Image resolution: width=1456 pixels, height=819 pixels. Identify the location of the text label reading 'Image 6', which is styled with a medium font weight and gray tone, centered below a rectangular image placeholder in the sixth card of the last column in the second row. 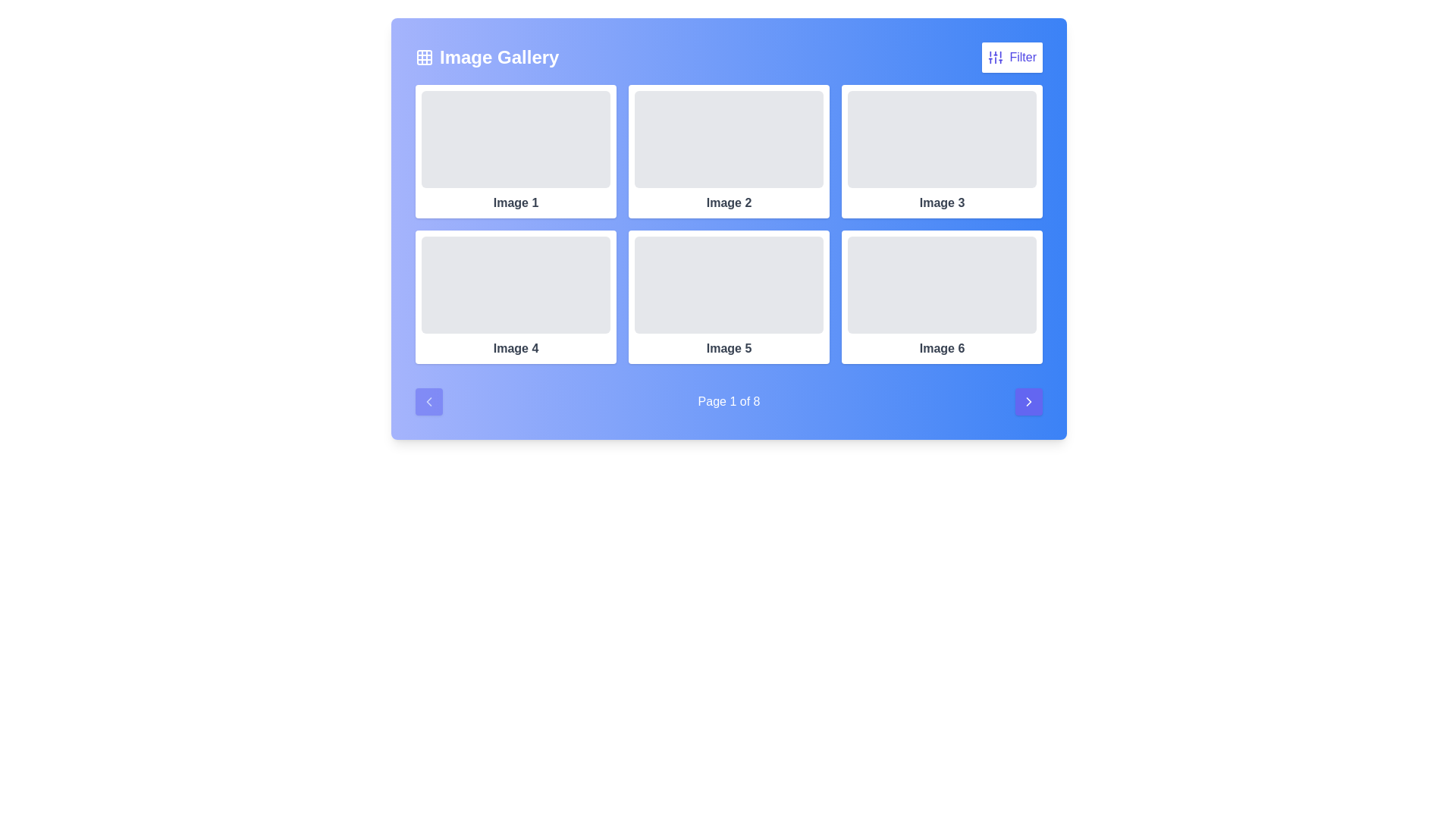
(941, 348).